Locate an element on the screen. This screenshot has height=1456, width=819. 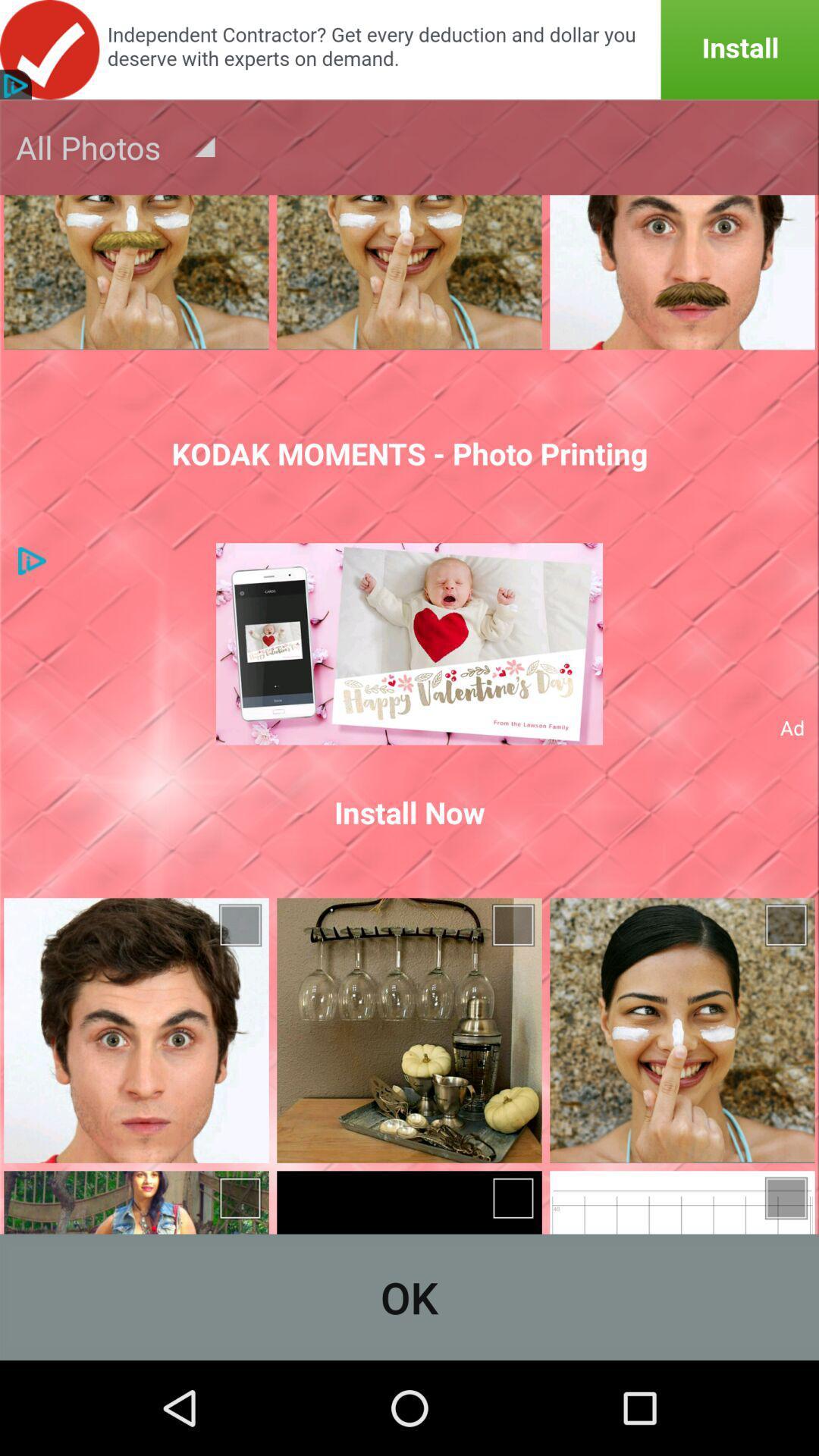
install now is located at coordinates (409, 811).